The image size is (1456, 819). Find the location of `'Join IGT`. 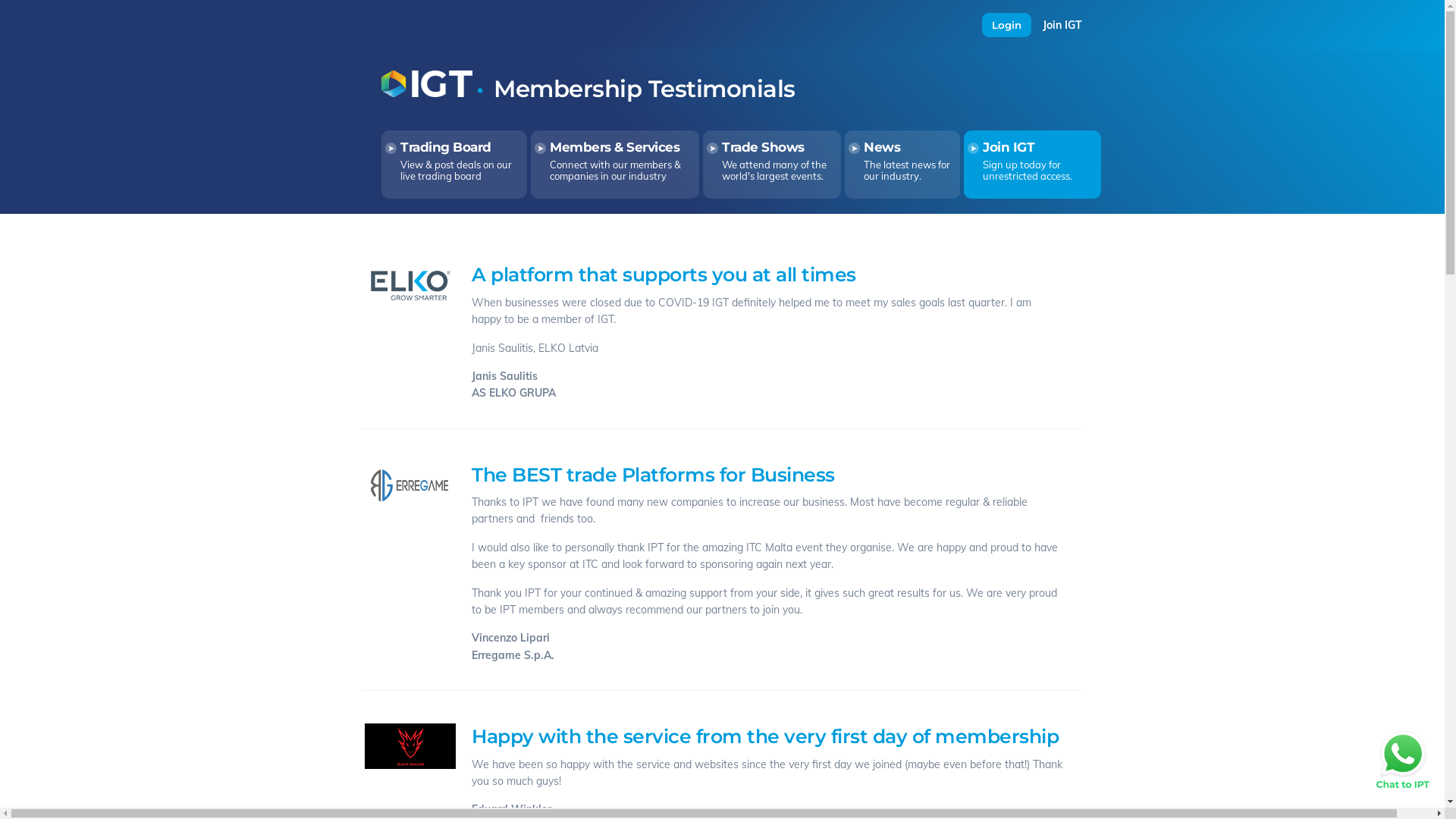

'Join IGT is located at coordinates (1031, 164).